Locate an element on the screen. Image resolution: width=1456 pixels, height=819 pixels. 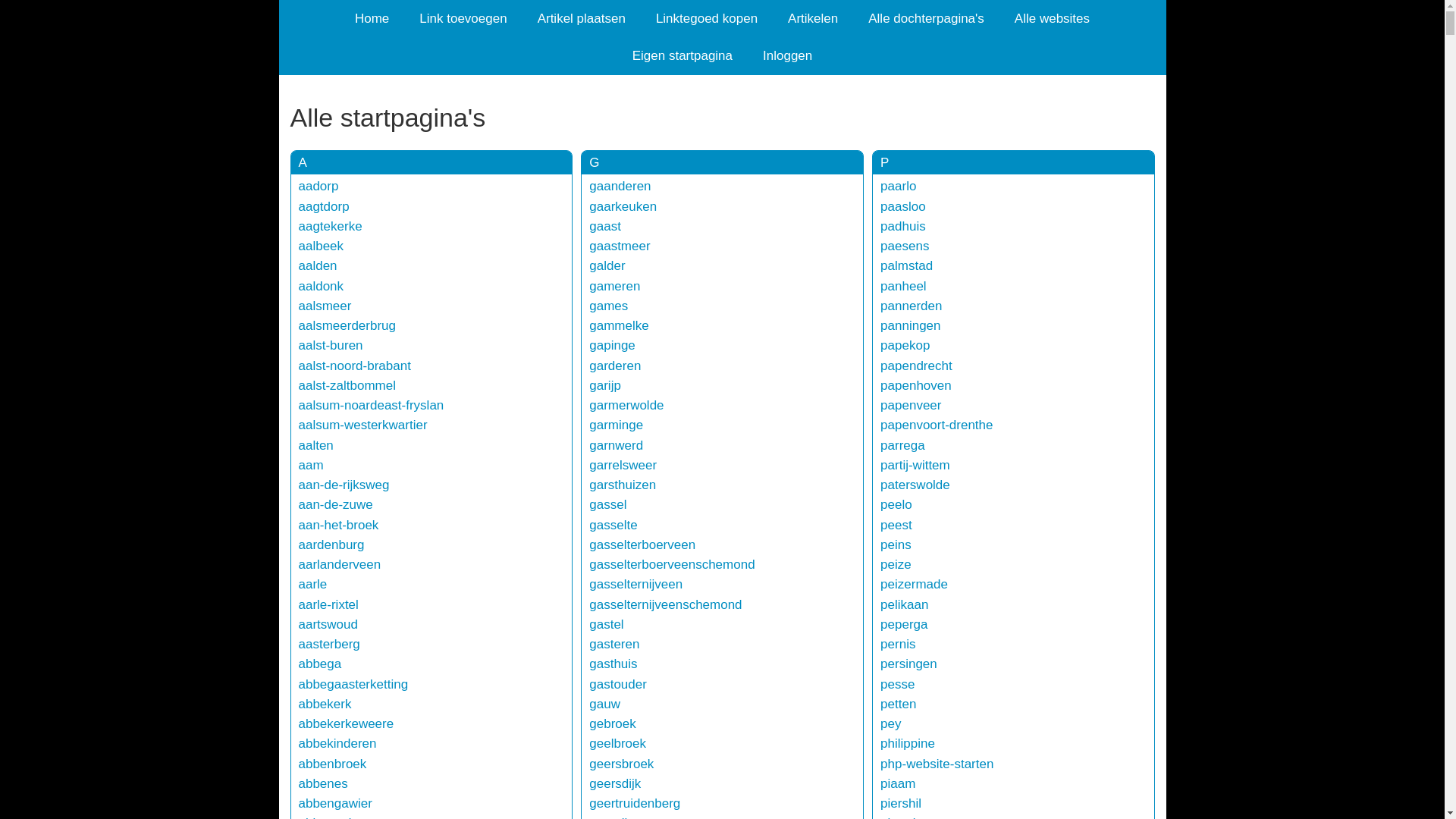
'gaarkeuken' is located at coordinates (623, 206).